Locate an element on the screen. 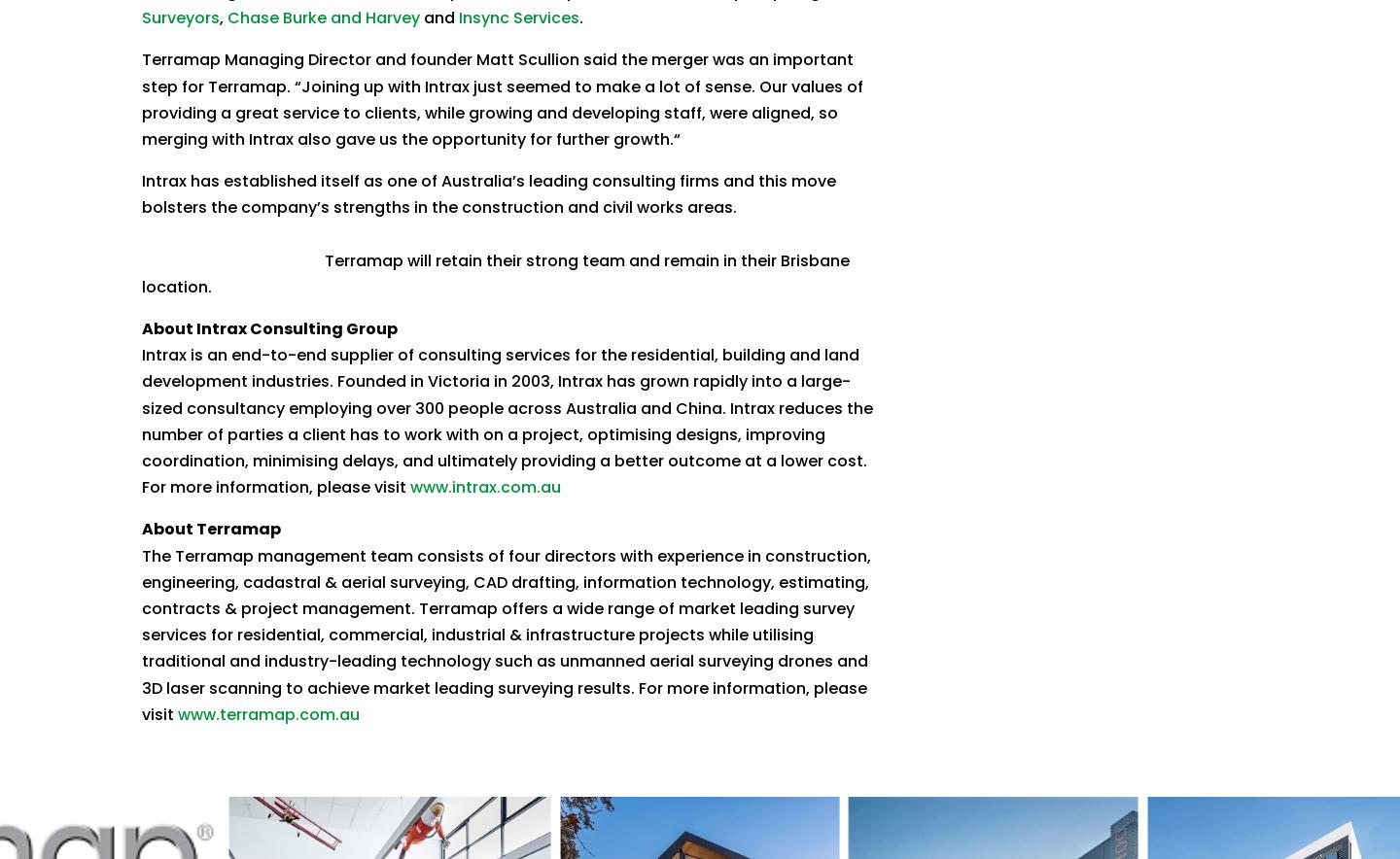 Image resolution: width=1400 pixels, height=859 pixels. 'Chase Burke and Harvey' is located at coordinates (323, 17).